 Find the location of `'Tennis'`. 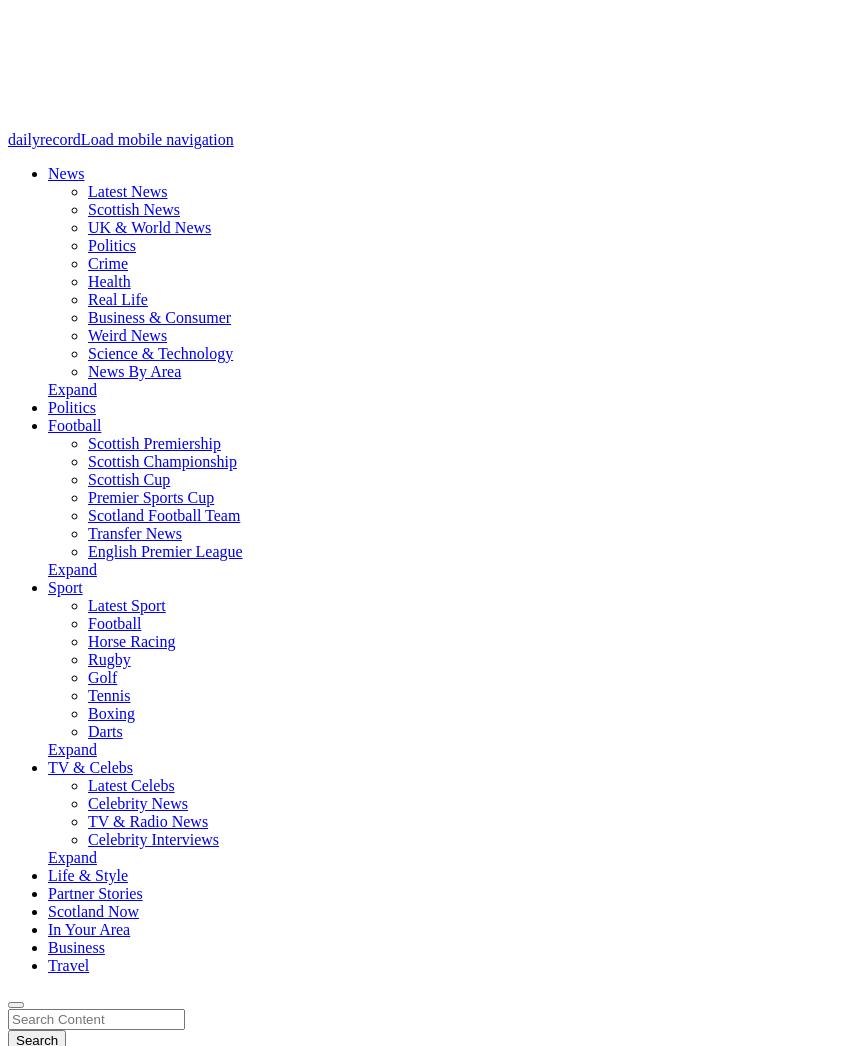

'Tennis' is located at coordinates (108, 695).